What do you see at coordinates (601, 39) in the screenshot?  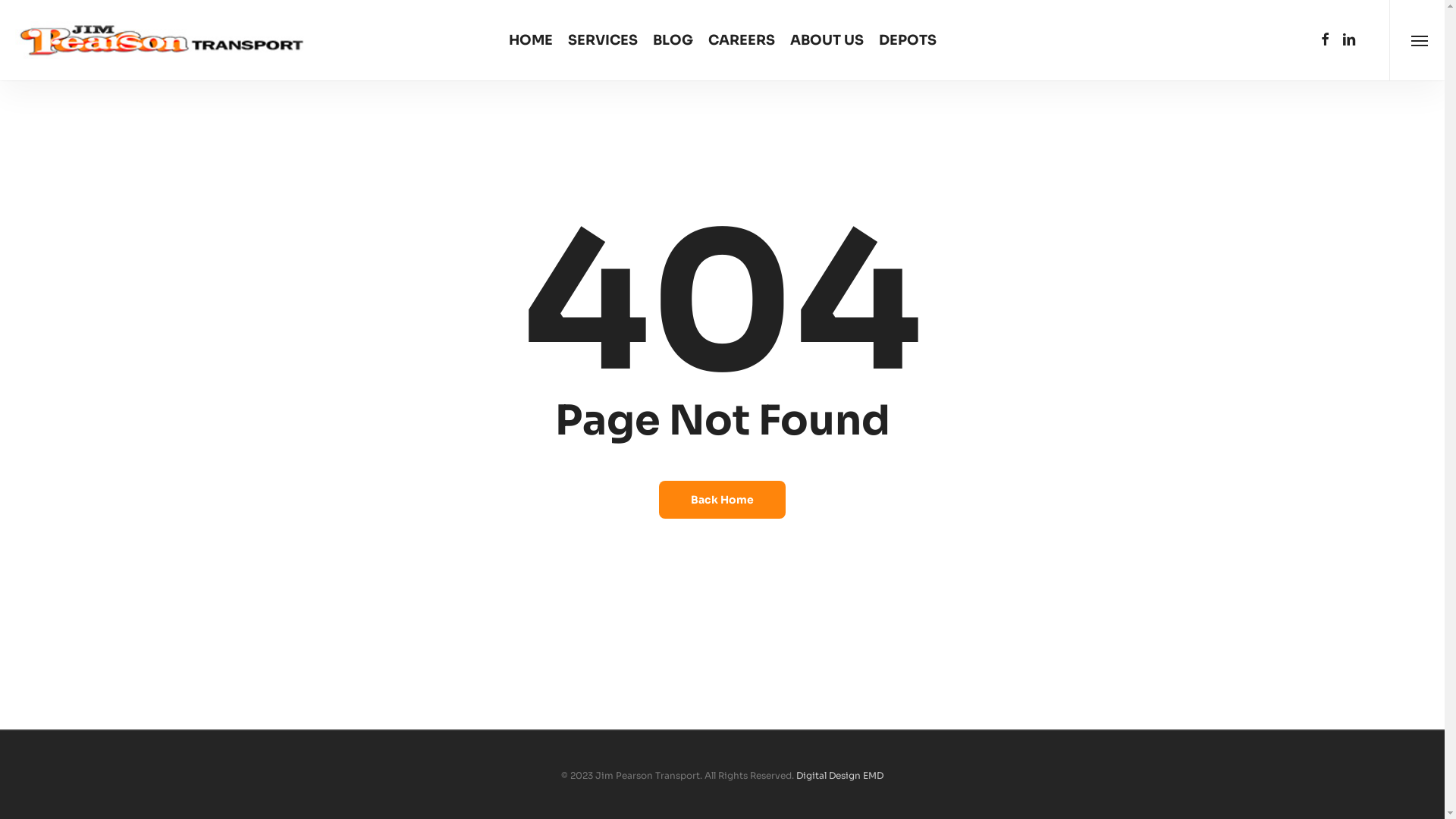 I see `'SERVICES'` at bounding box center [601, 39].